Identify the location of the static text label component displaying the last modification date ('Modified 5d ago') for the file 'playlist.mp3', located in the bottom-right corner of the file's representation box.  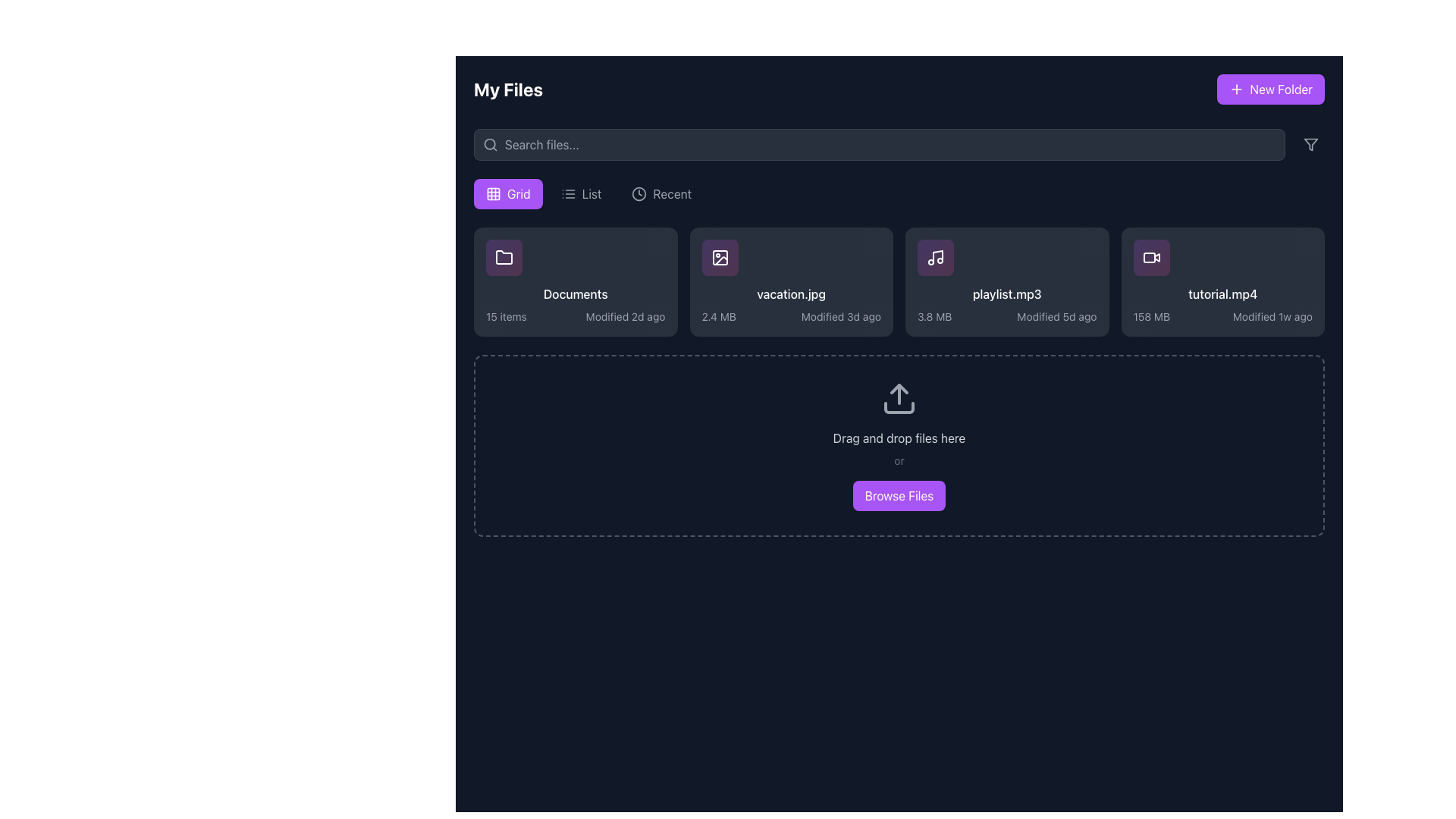
(1056, 315).